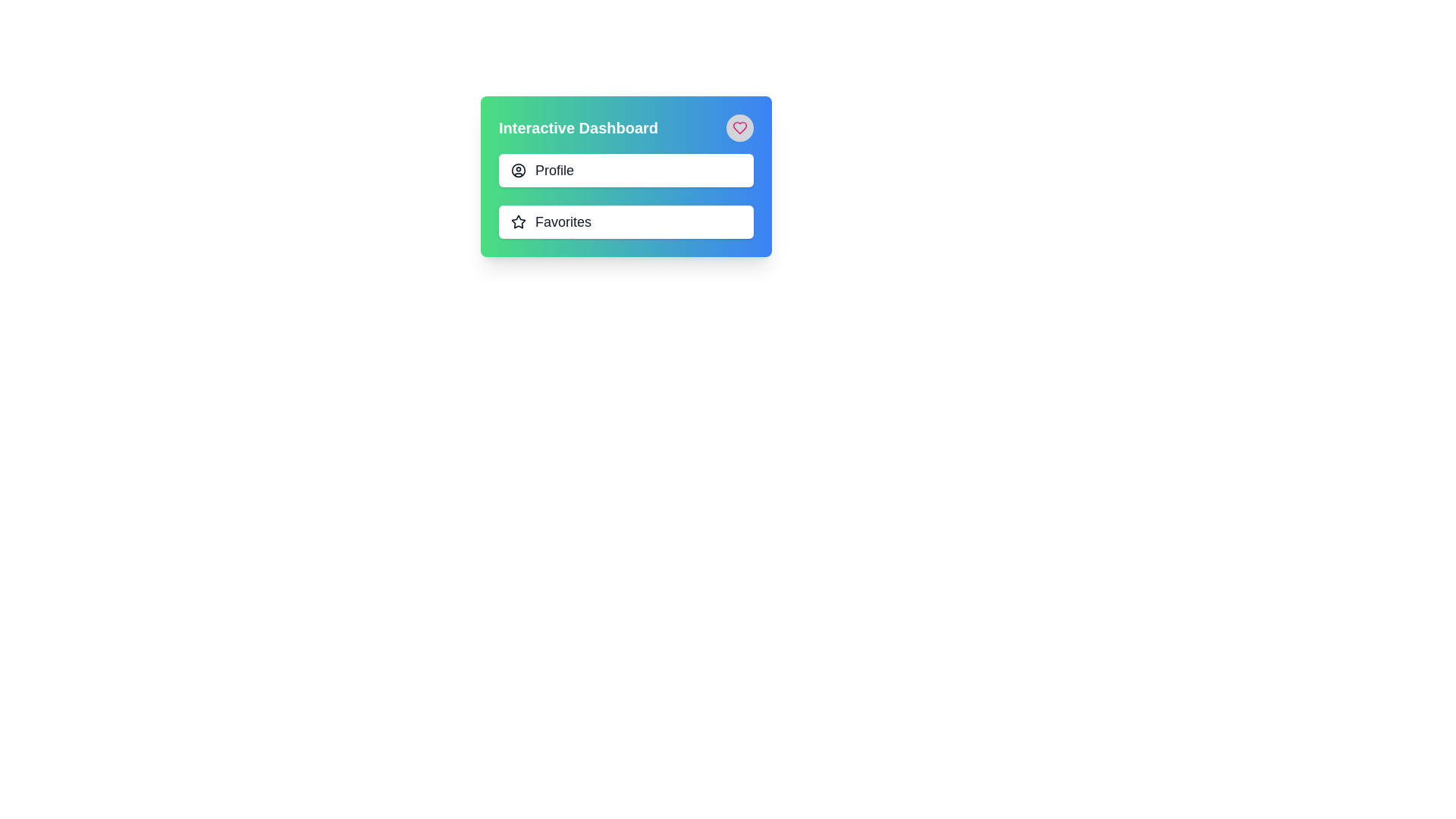 The height and width of the screenshot is (819, 1456). I want to click on the star-shaped icon located to the right of the title 'Interactive Dashboard', so click(519, 221).